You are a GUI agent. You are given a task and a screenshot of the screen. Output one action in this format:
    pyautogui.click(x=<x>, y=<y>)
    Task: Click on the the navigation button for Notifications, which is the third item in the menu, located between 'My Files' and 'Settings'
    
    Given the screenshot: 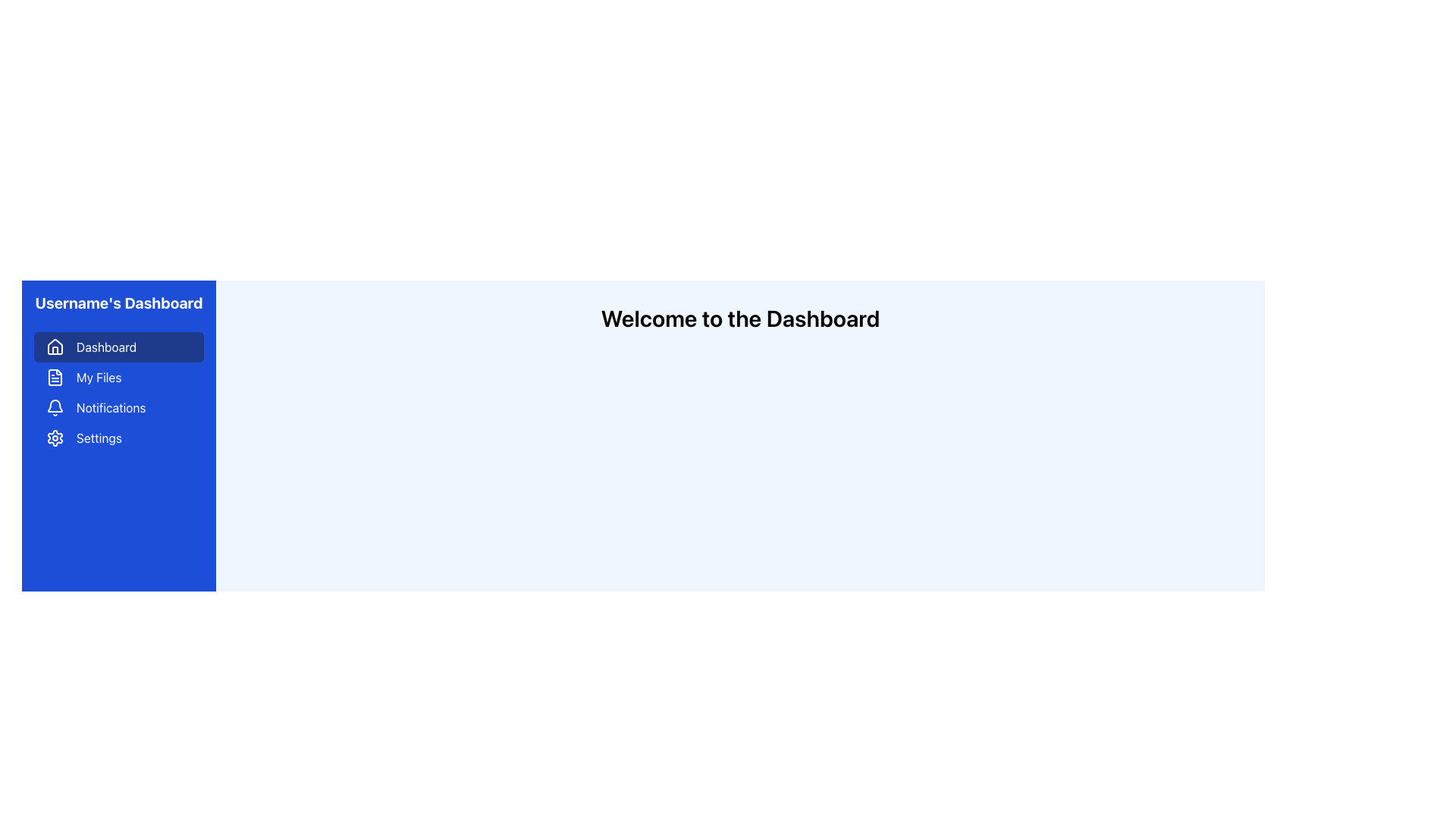 What is the action you would take?
    pyautogui.click(x=118, y=406)
    